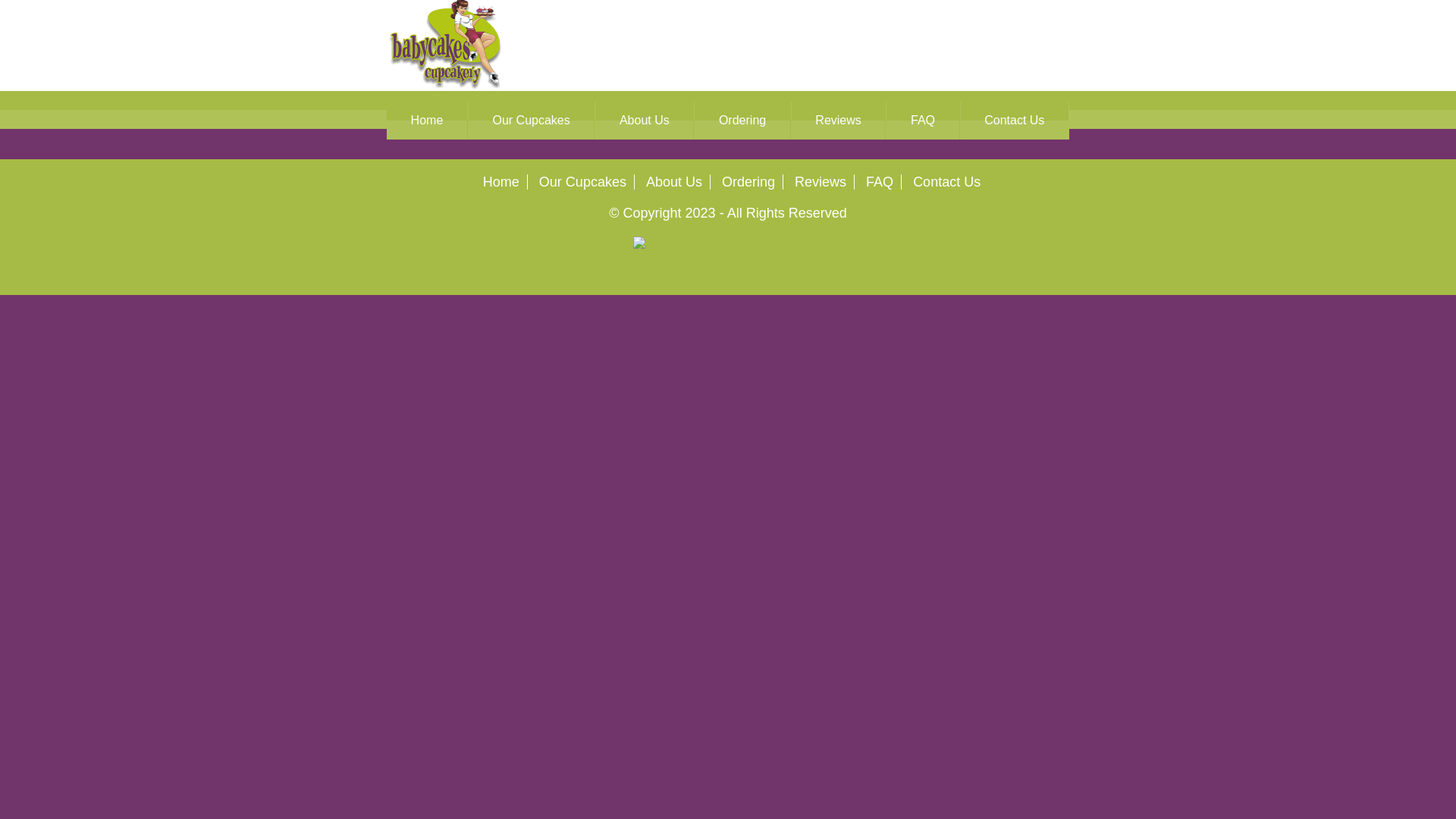 This screenshot has width=1456, height=819. Describe the element at coordinates (1015, 119) in the screenshot. I see `'Contact Us'` at that location.